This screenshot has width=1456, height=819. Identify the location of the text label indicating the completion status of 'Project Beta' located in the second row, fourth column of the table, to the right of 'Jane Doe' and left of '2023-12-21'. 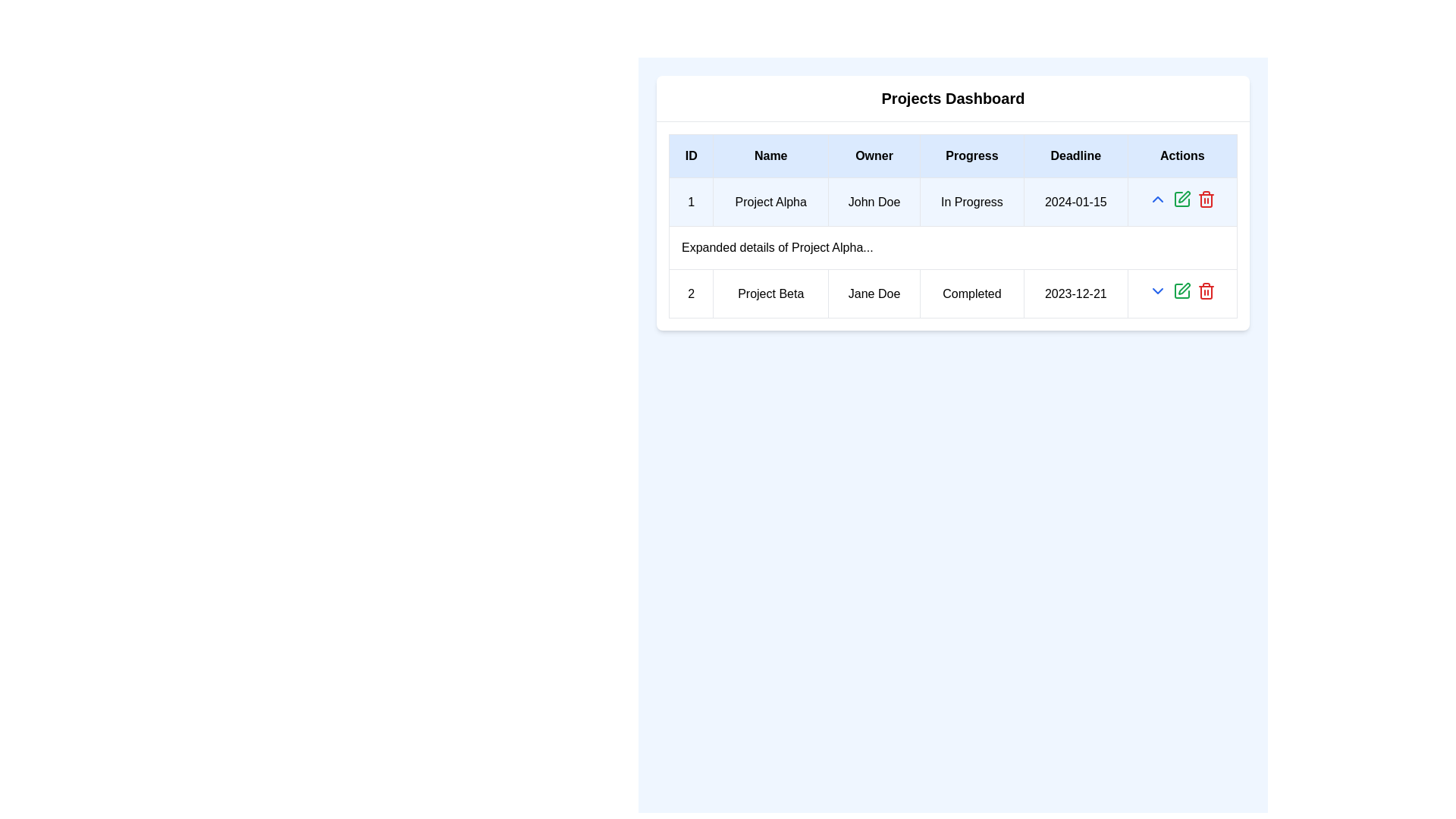
(971, 293).